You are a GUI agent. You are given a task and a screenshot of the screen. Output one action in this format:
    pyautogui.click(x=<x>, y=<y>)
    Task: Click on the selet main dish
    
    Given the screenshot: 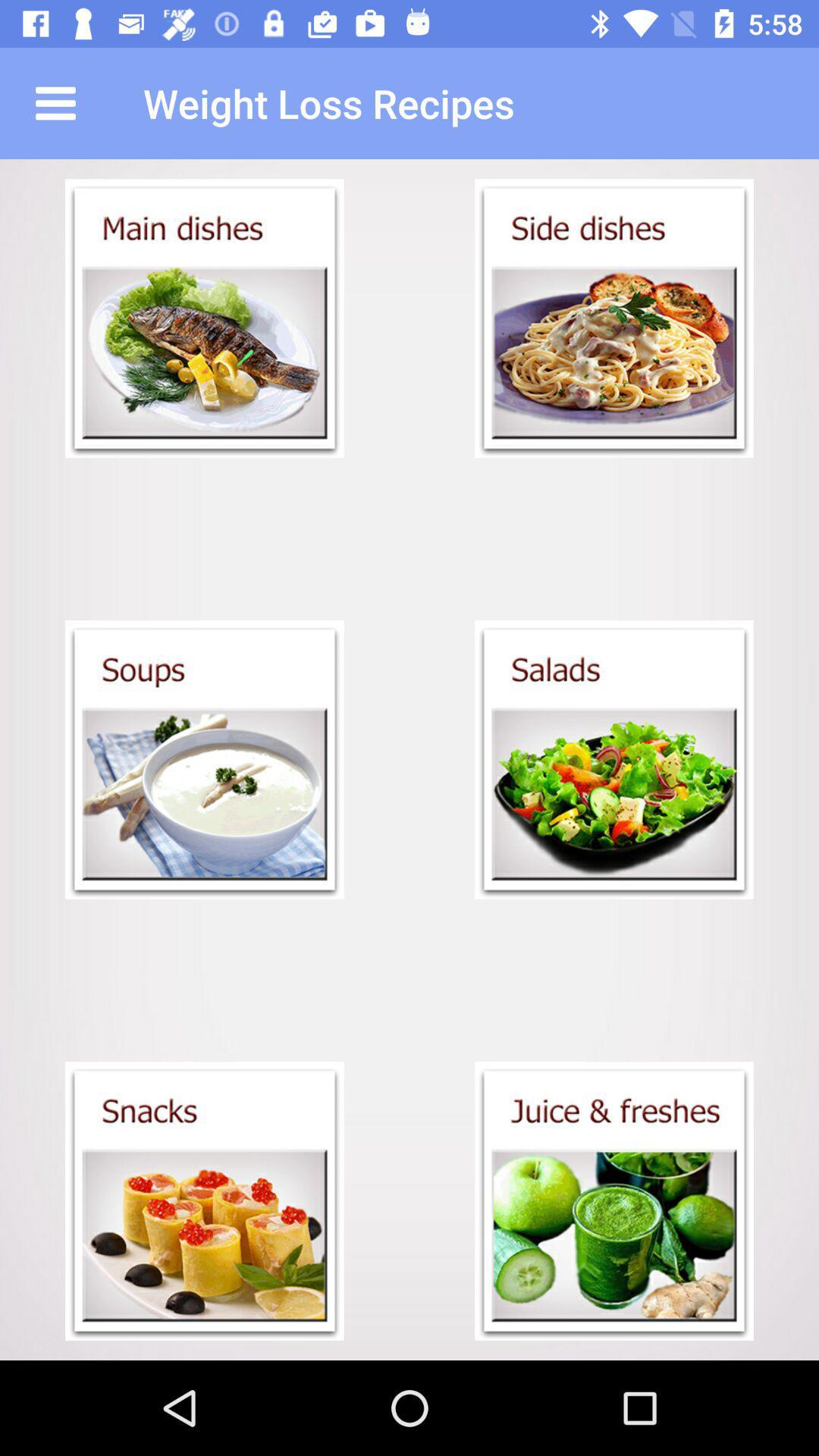 What is the action you would take?
    pyautogui.click(x=205, y=318)
    